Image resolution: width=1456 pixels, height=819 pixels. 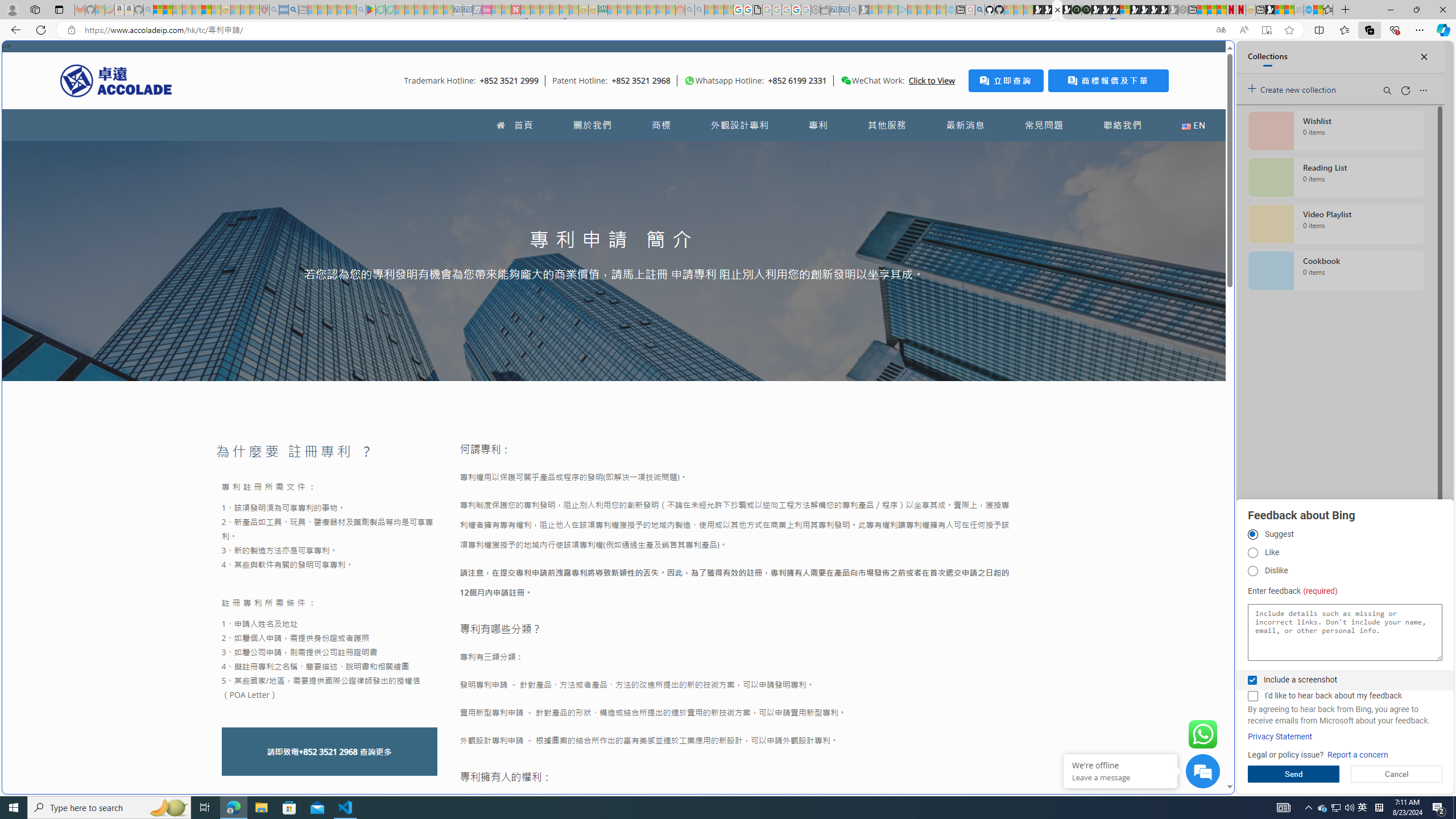 What do you see at coordinates (274, 9) in the screenshot?
I see `'list of asthma inhalers uk - Search - Sleeping'` at bounding box center [274, 9].